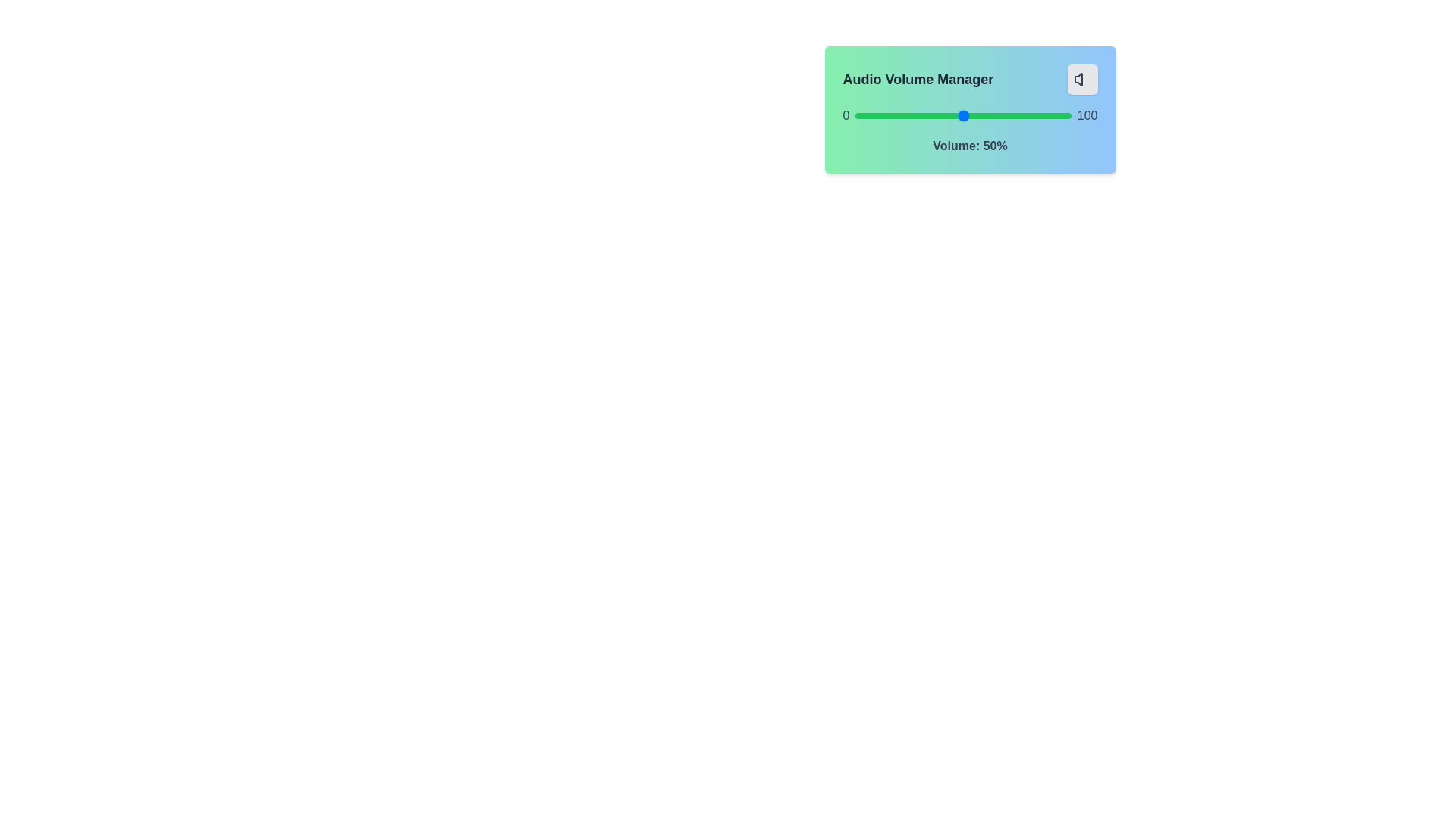  What do you see at coordinates (860, 115) in the screenshot?
I see `the audio volume` at bounding box center [860, 115].